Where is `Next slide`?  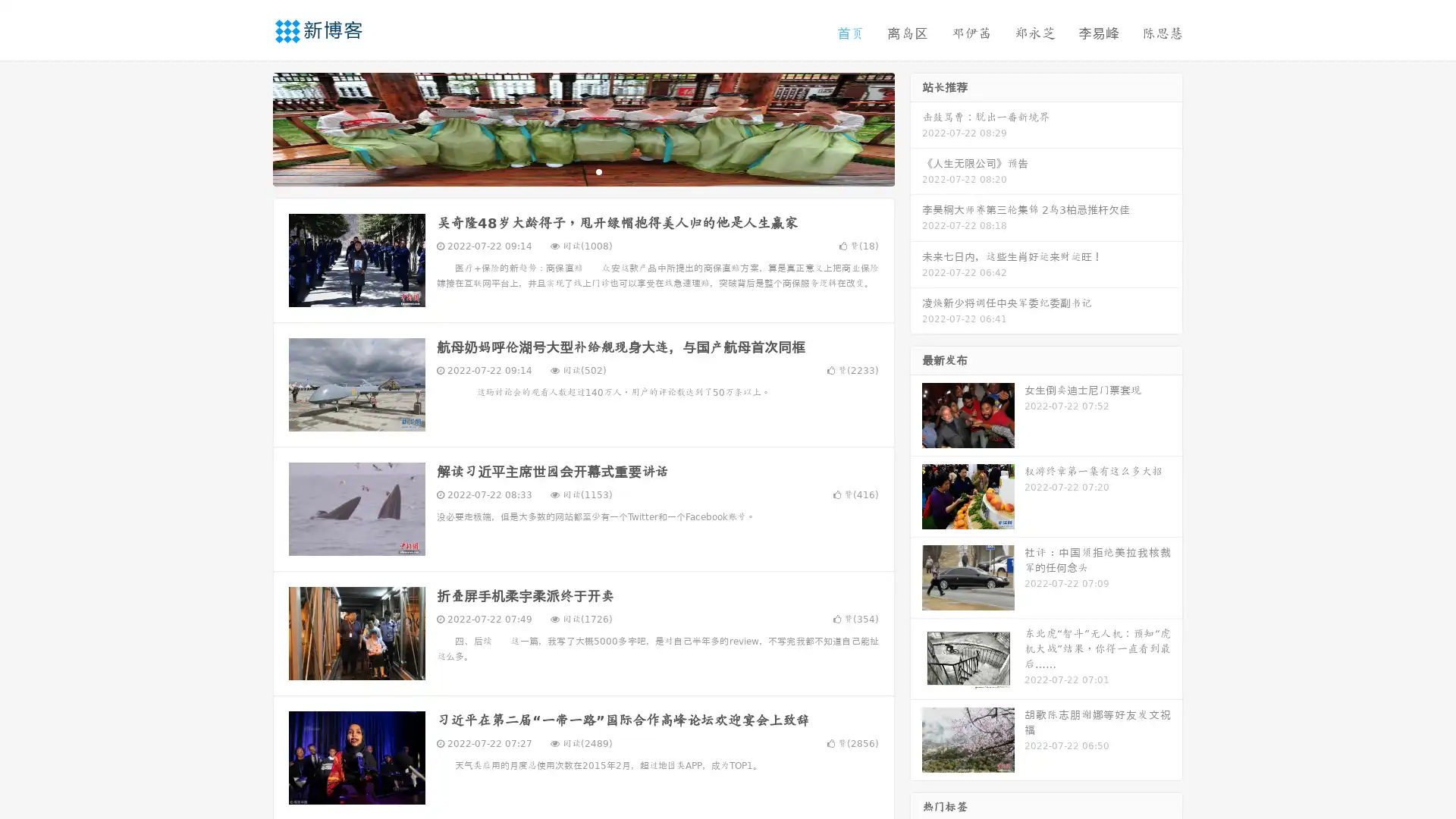 Next slide is located at coordinates (916, 127).